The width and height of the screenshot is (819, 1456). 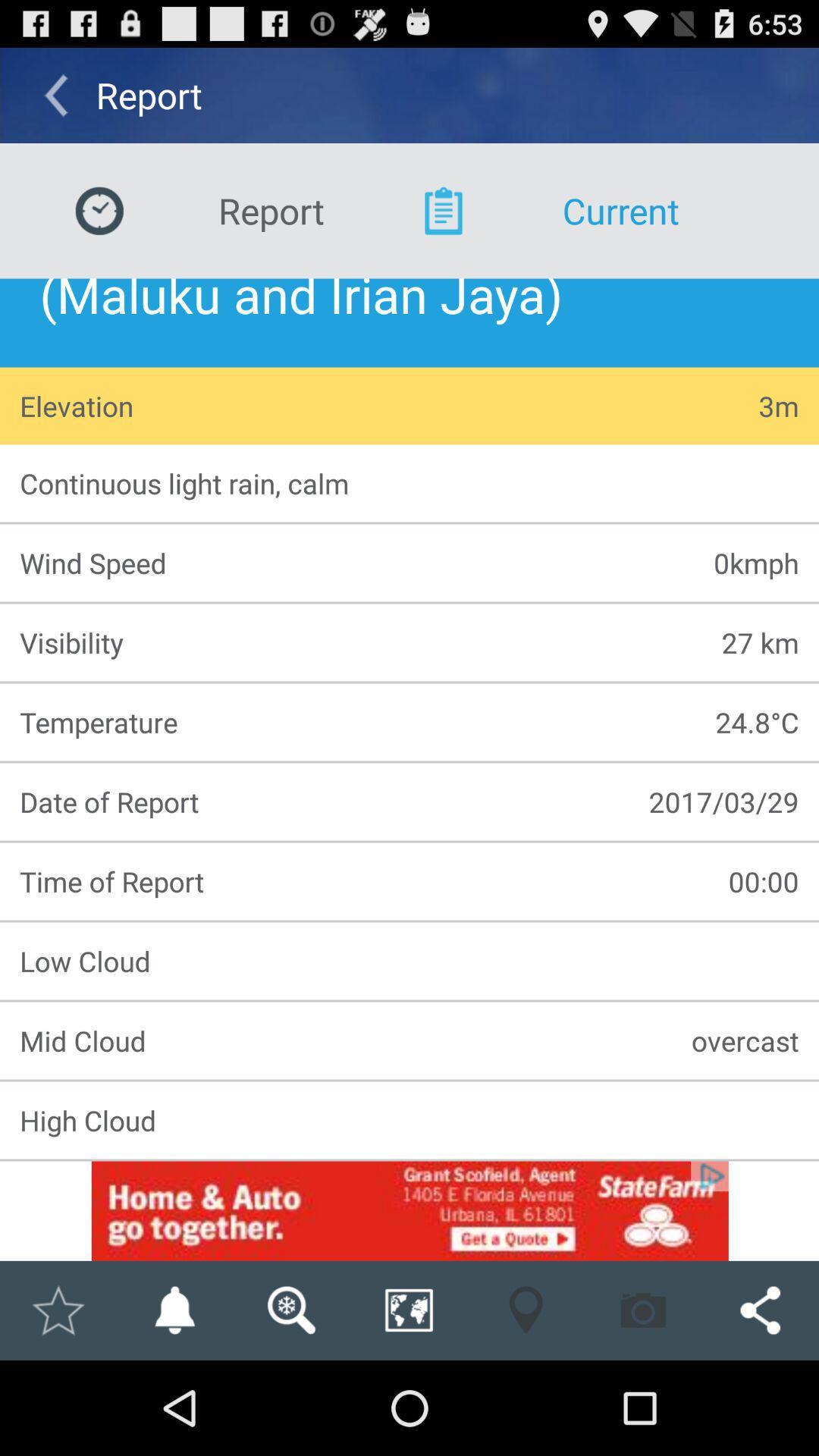 What do you see at coordinates (760, 1310) in the screenshot?
I see `share this` at bounding box center [760, 1310].